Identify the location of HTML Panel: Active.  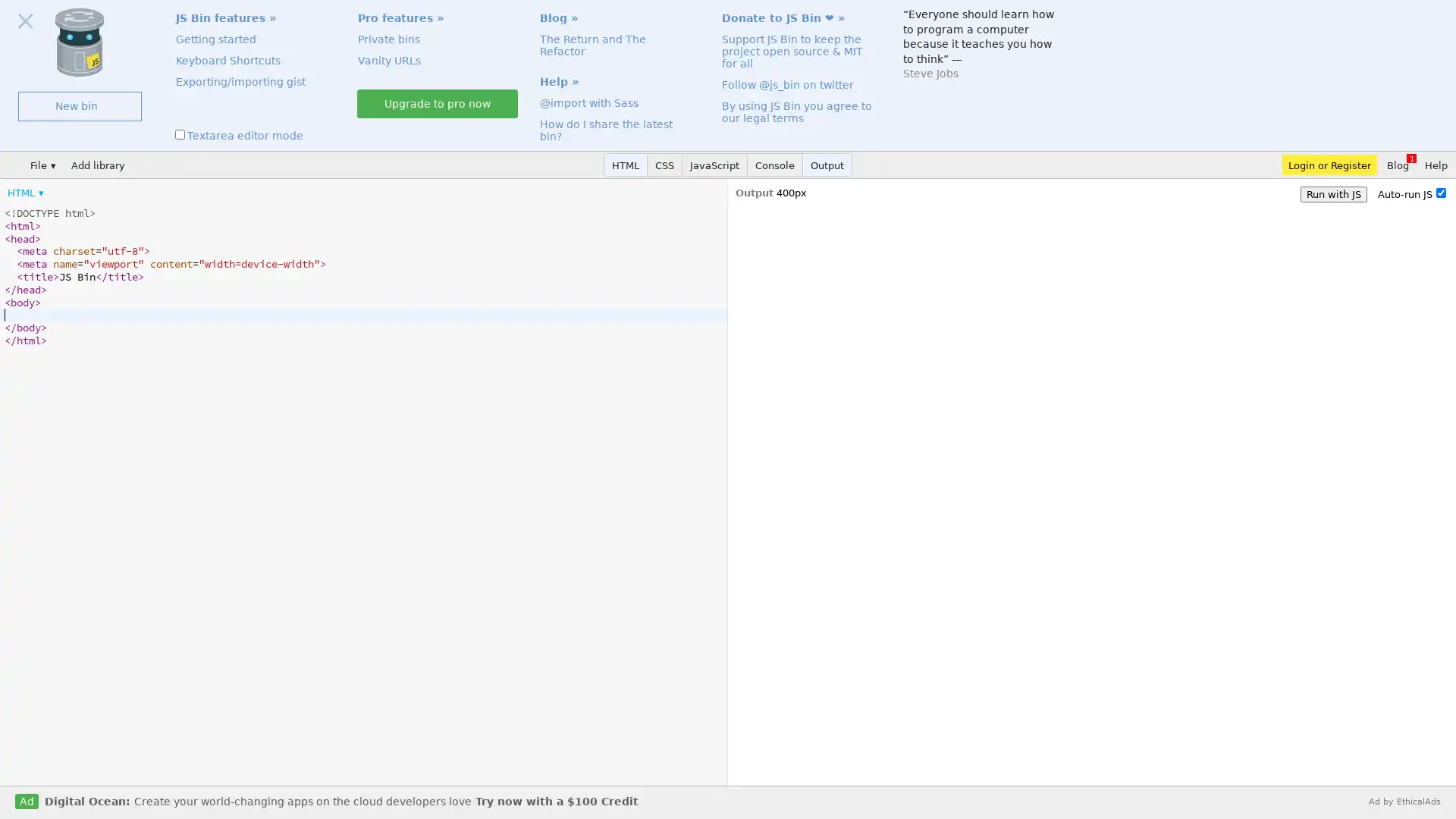
(626, 165).